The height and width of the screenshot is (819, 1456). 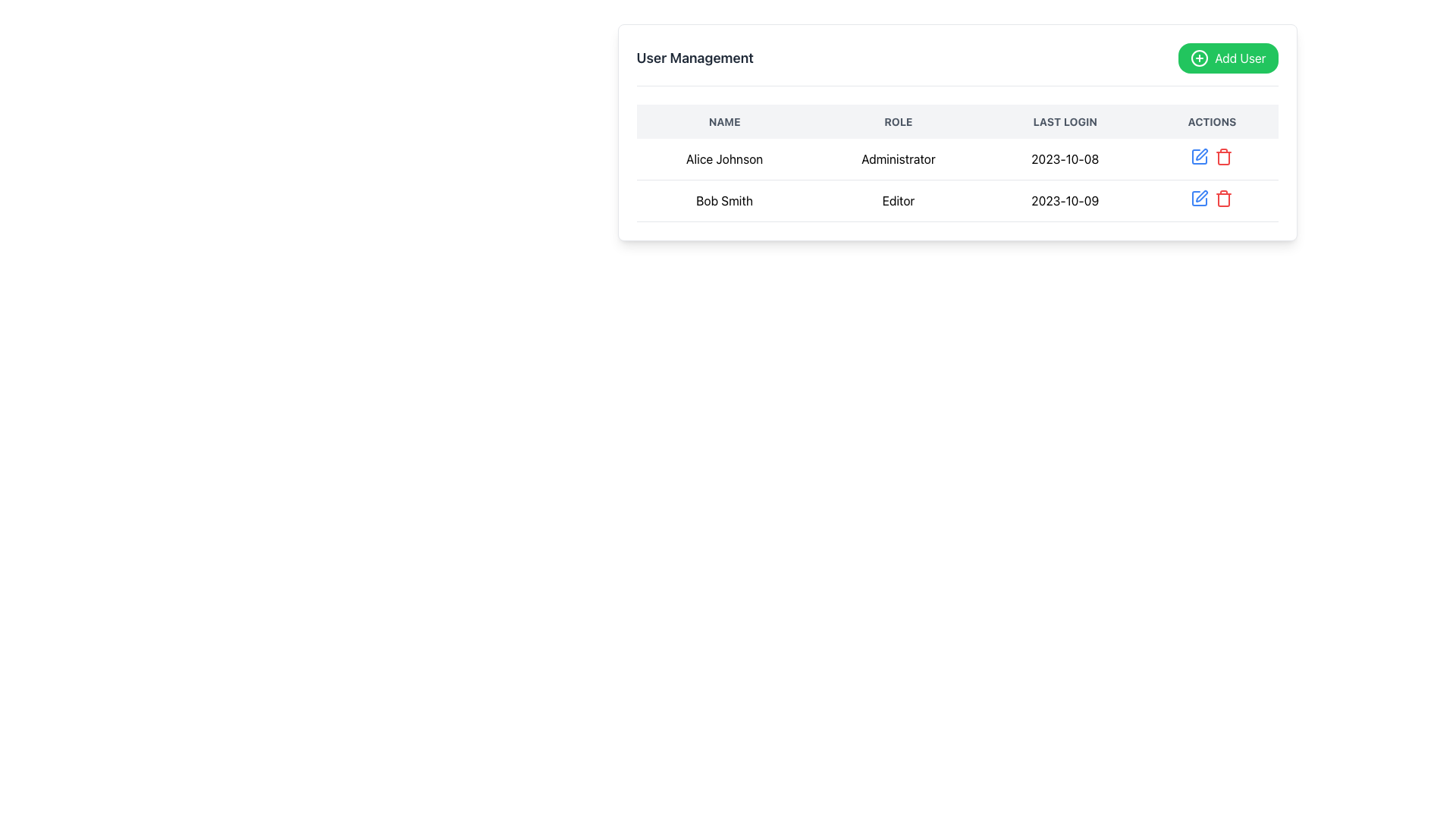 What do you see at coordinates (1064, 159) in the screenshot?
I see `the non-interactive text label displaying the last login date for the user 'Alice Johnson' in the third column of the first row of the table` at bounding box center [1064, 159].